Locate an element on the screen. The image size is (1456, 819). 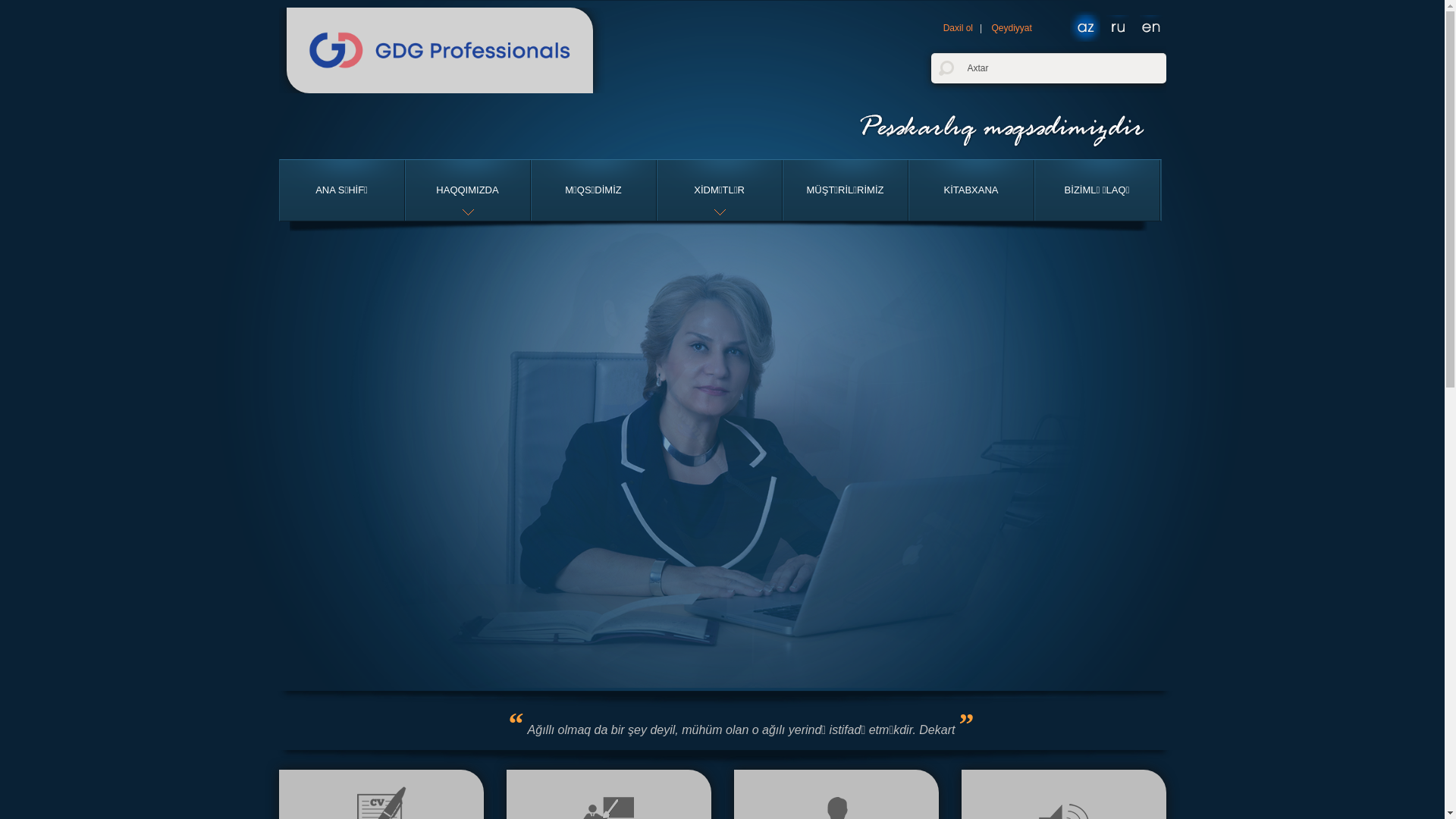
'Daxil ol' is located at coordinates (957, 28).